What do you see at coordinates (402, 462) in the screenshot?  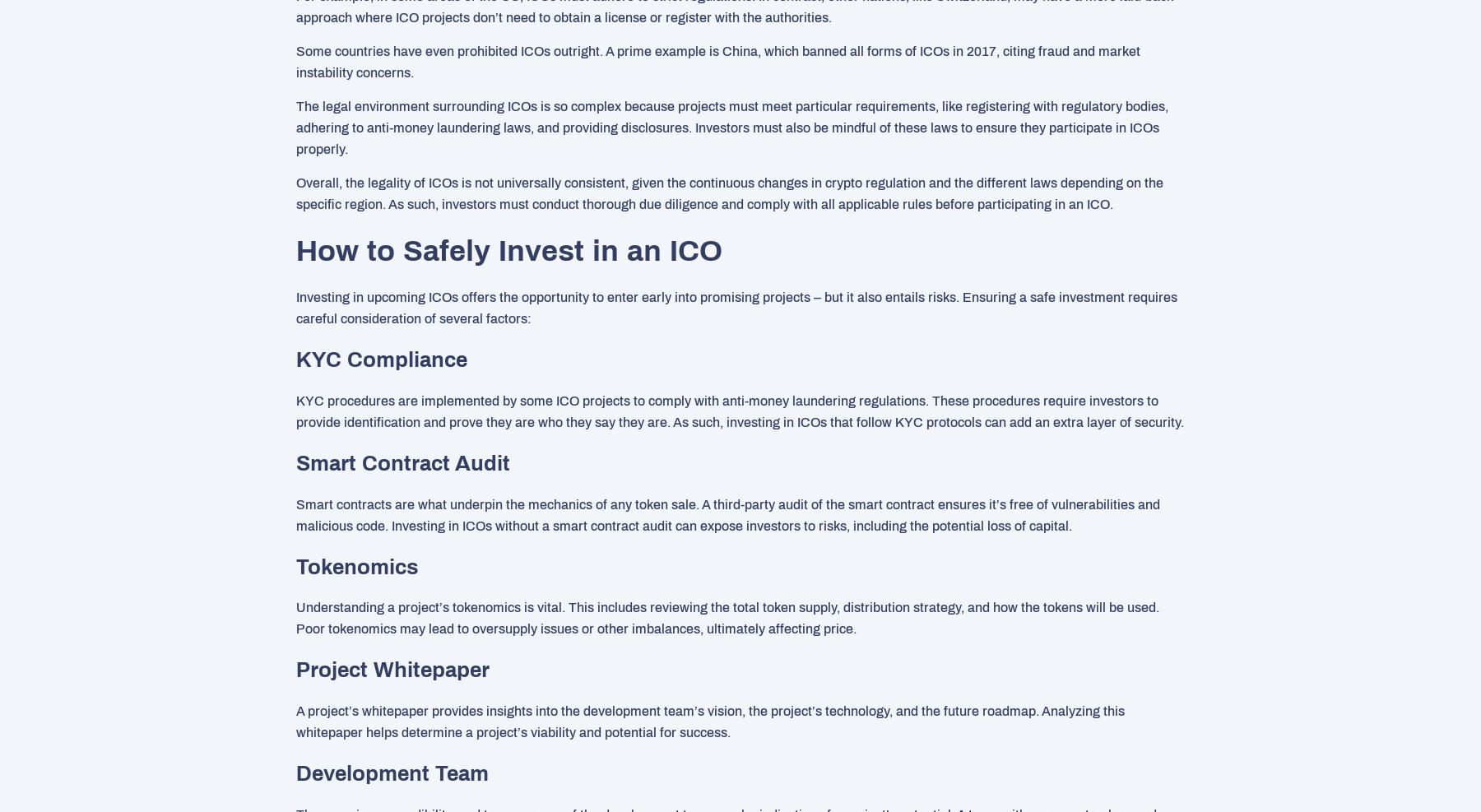 I see `'Smart Contract Audit'` at bounding box center [402, 462].